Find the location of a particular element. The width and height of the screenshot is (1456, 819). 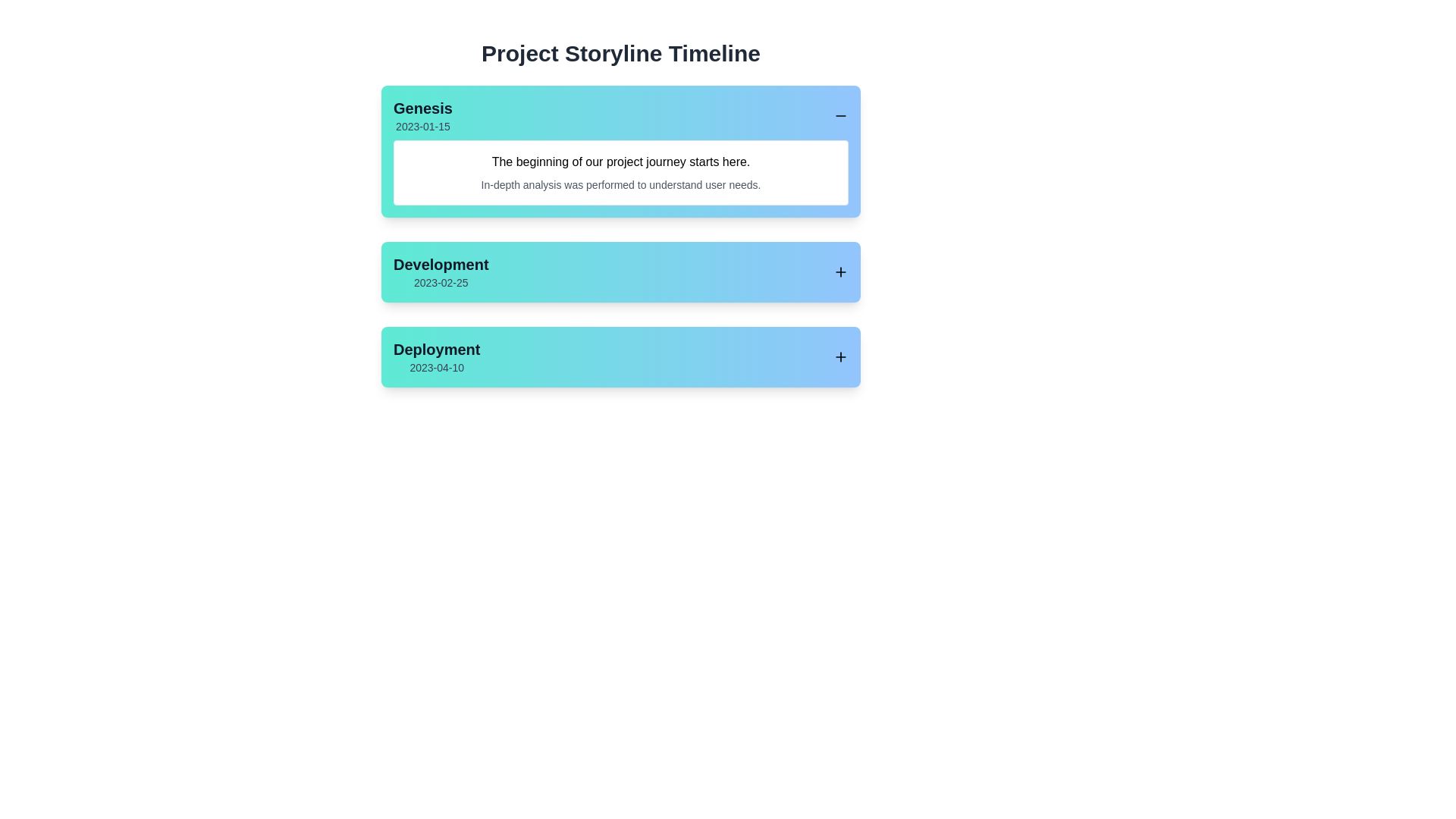

displayed text 'Genesis 2023-01-15' from the title and date section of the first card in the vertical timeline interface is located at coordinates (422, 115).